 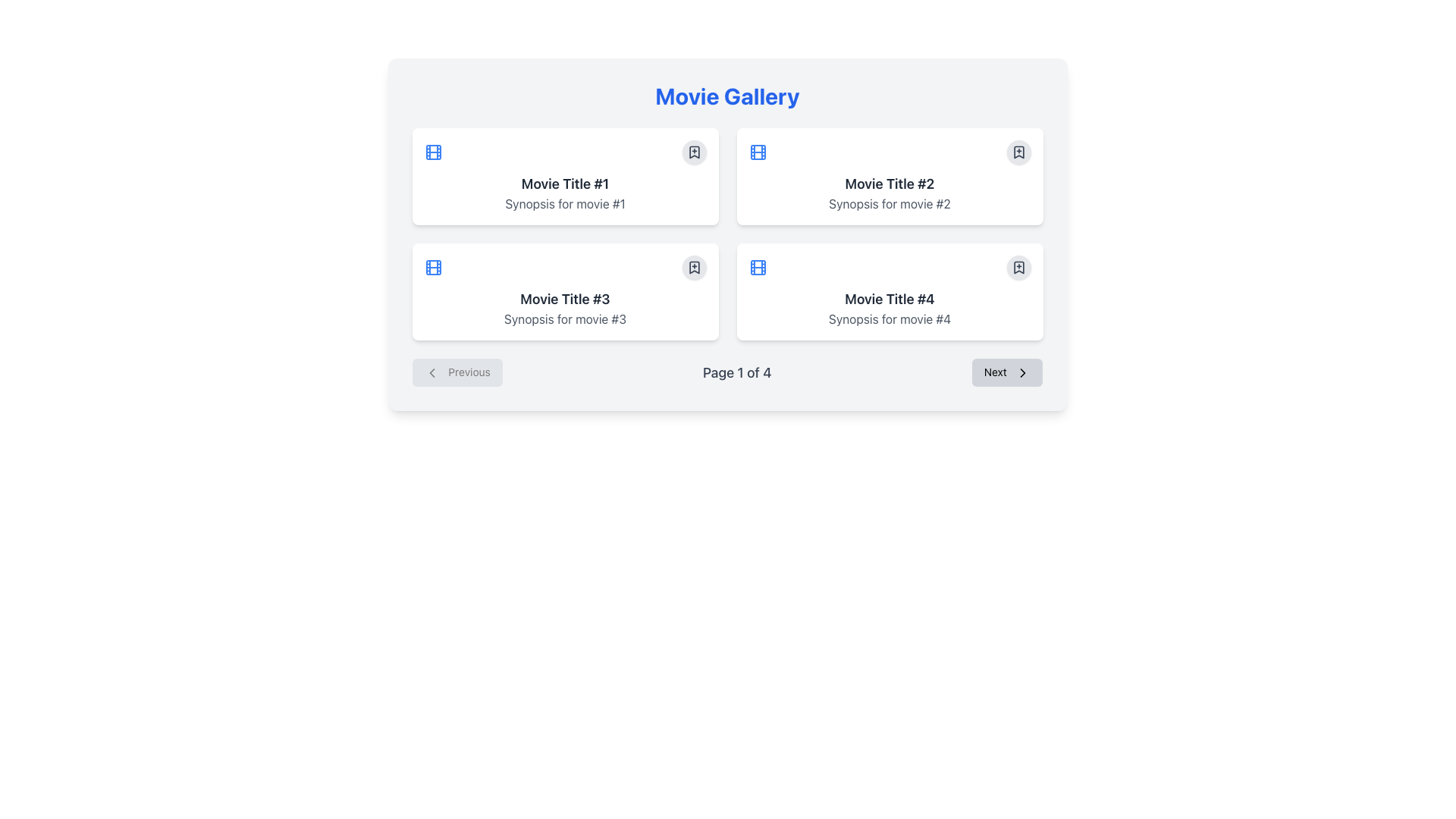 What do you see at coordinates (890, 318) in the screenshot?
I see `the text element displaying 'Synopsis for movie #4' located under the header 'Movie Title #4' in the lower-right card of the movie details grid` at bounding box center [890, 318].